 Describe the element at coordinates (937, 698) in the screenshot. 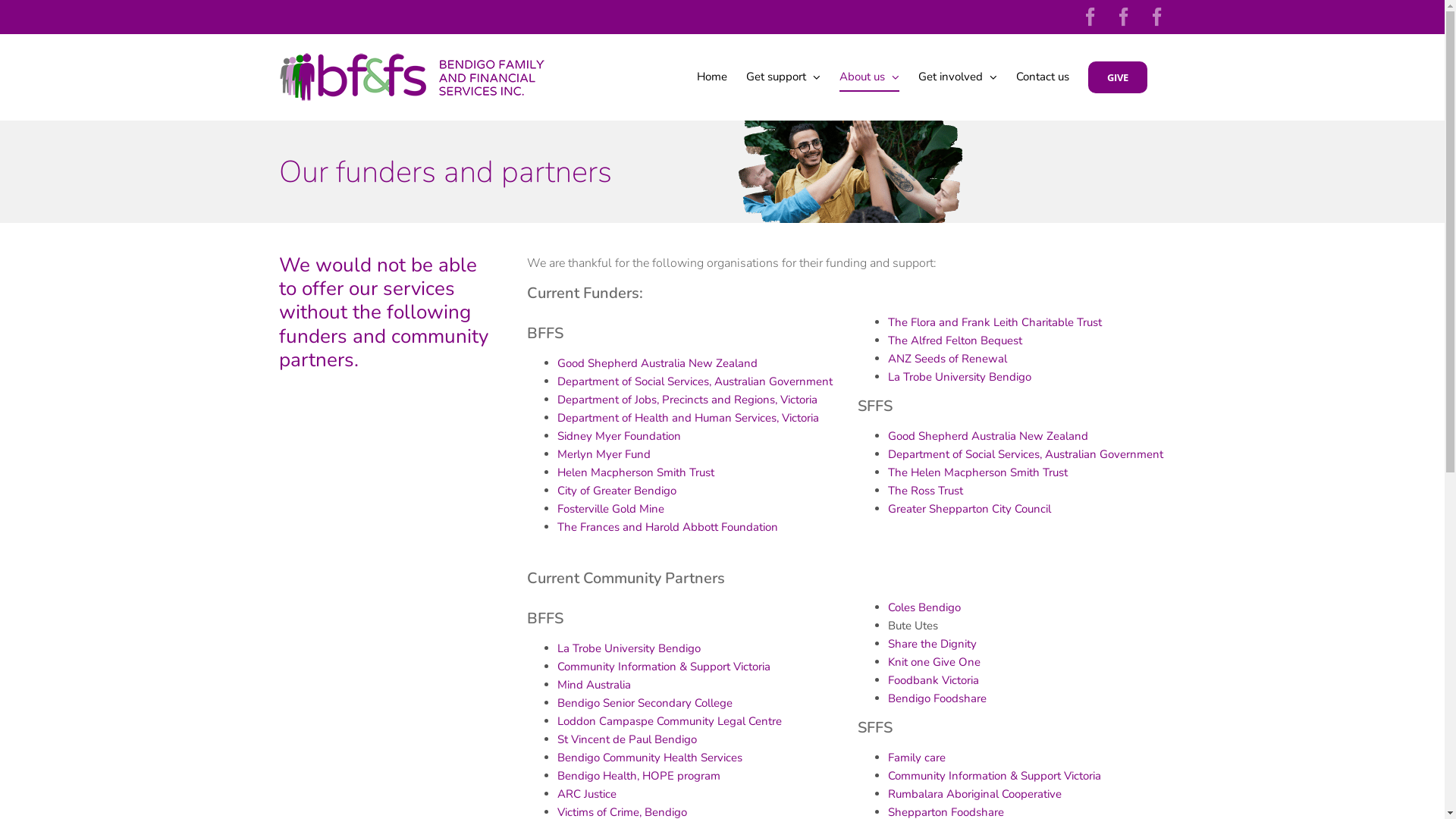

I see `'Bendigo Foodshare'` at that location.